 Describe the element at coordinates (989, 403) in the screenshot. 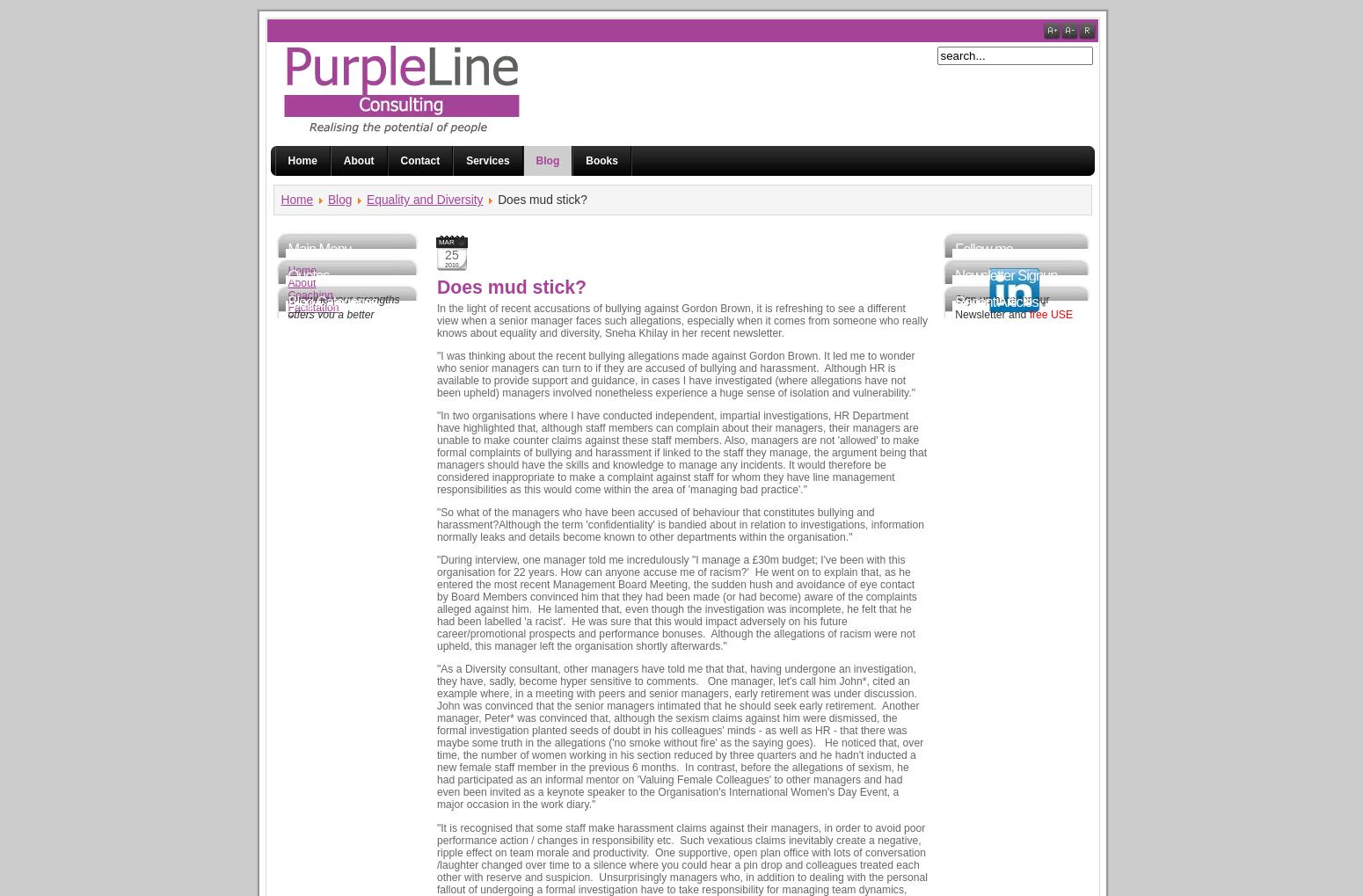

I see `'Email Address:'` at that location.